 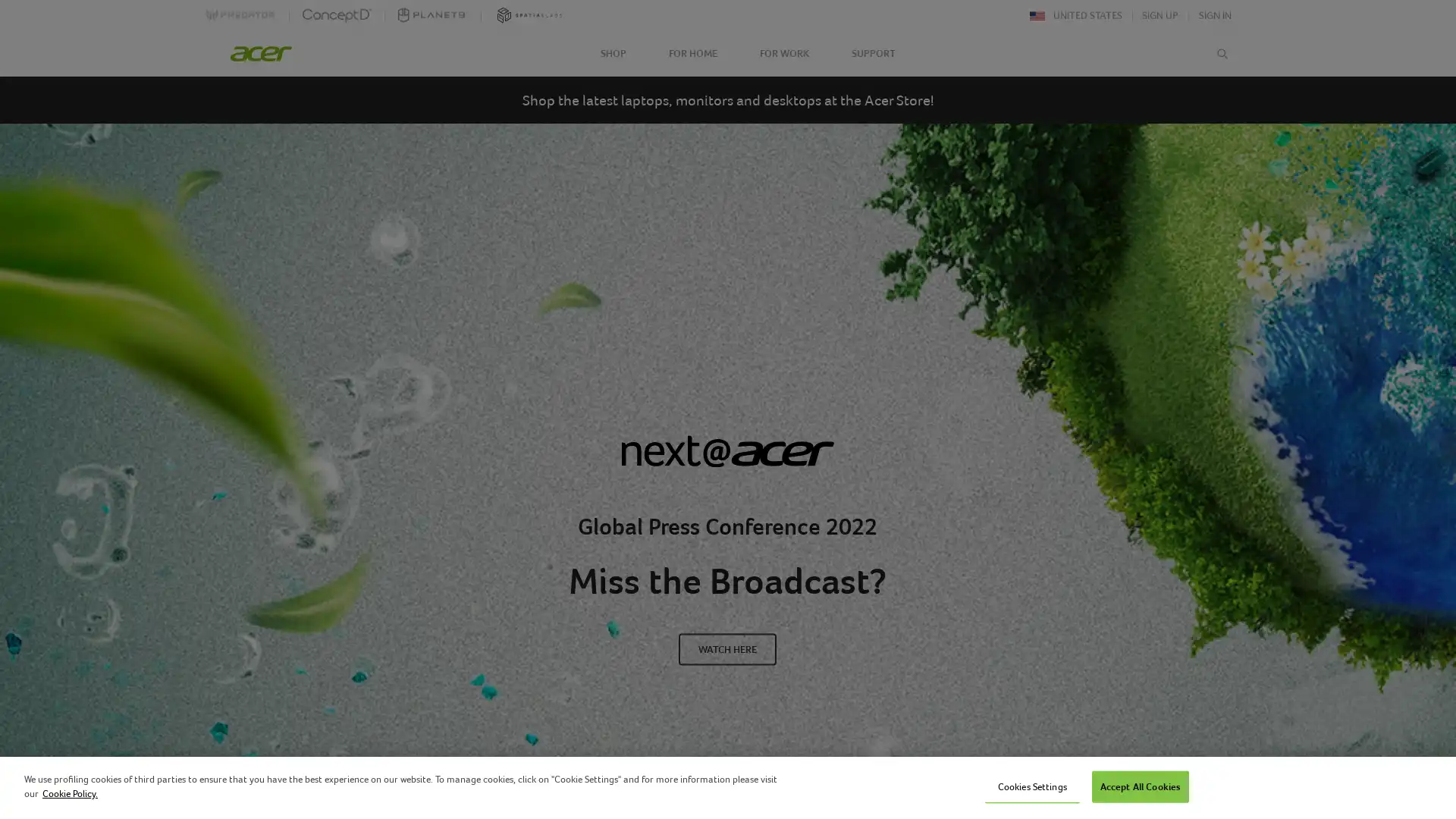 I want to click on Cookies Settings, so click(x=1031, y=786).